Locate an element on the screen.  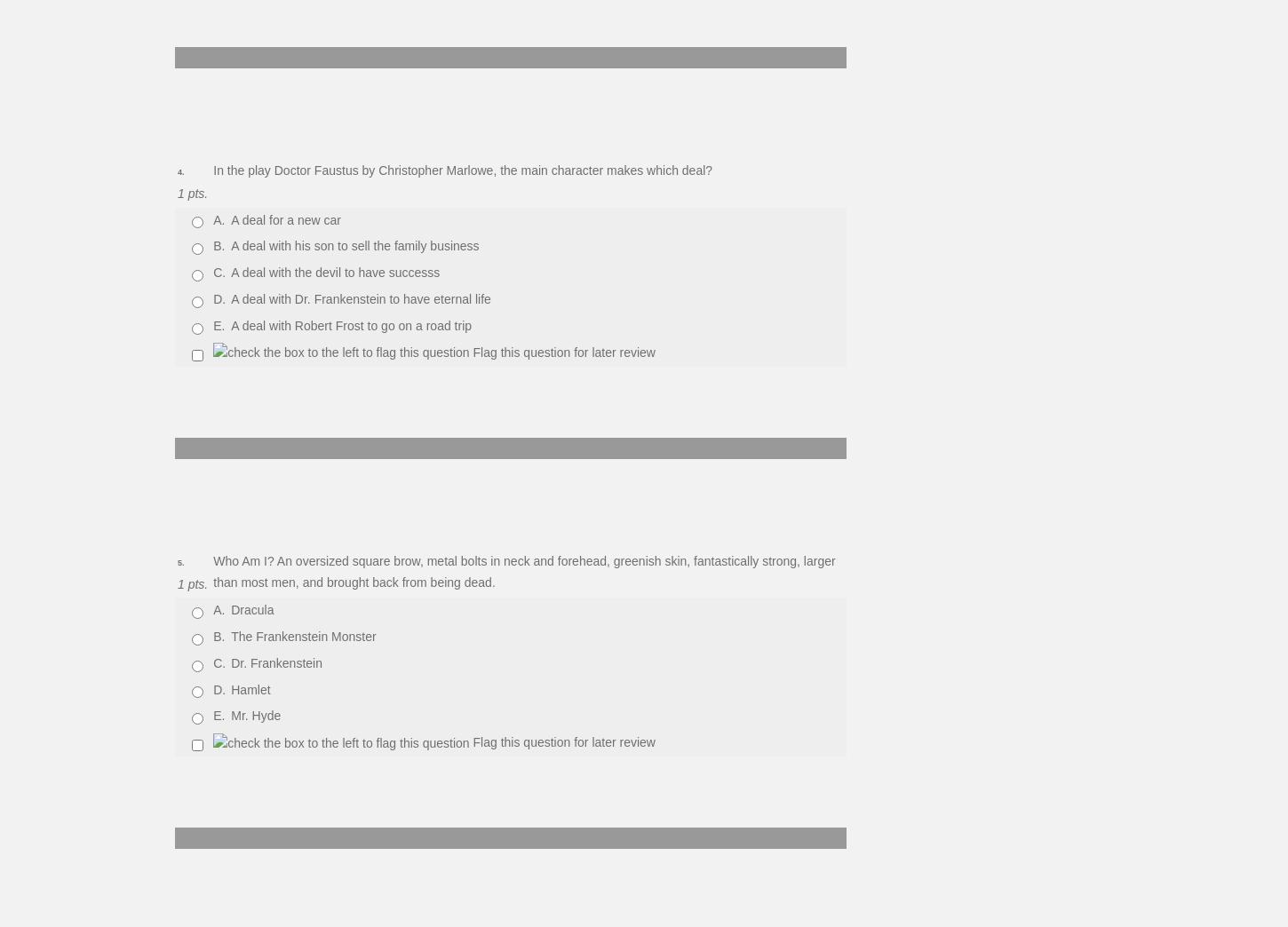
'The Frankenstein Monster' is located at coordinates (303, 636).